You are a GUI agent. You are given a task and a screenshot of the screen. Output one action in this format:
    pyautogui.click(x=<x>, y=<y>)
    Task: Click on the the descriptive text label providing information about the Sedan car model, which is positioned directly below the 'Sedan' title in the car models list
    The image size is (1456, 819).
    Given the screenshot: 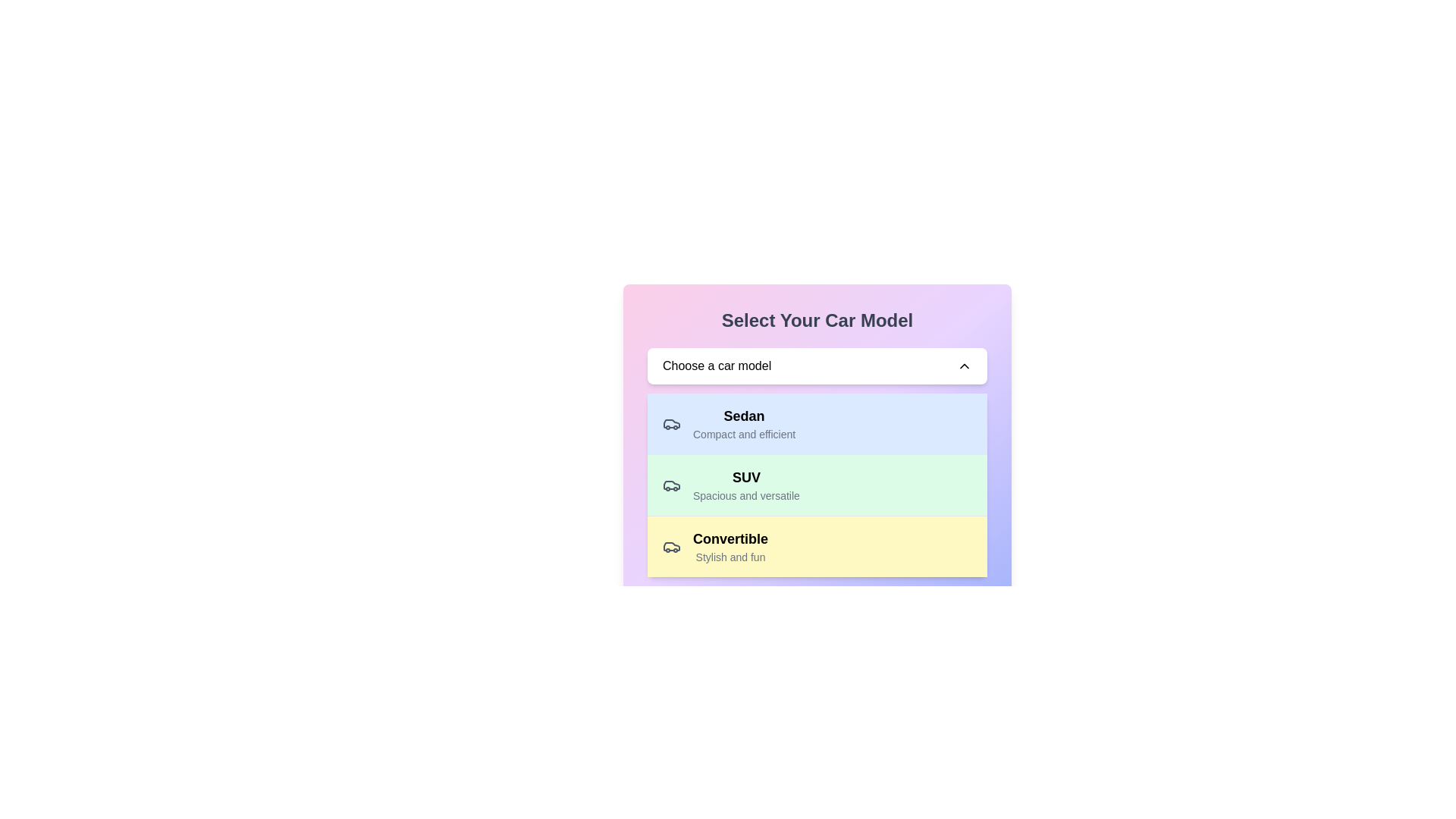 What is the action you would take?
    pyautogui.click(x=744, y=435)
    